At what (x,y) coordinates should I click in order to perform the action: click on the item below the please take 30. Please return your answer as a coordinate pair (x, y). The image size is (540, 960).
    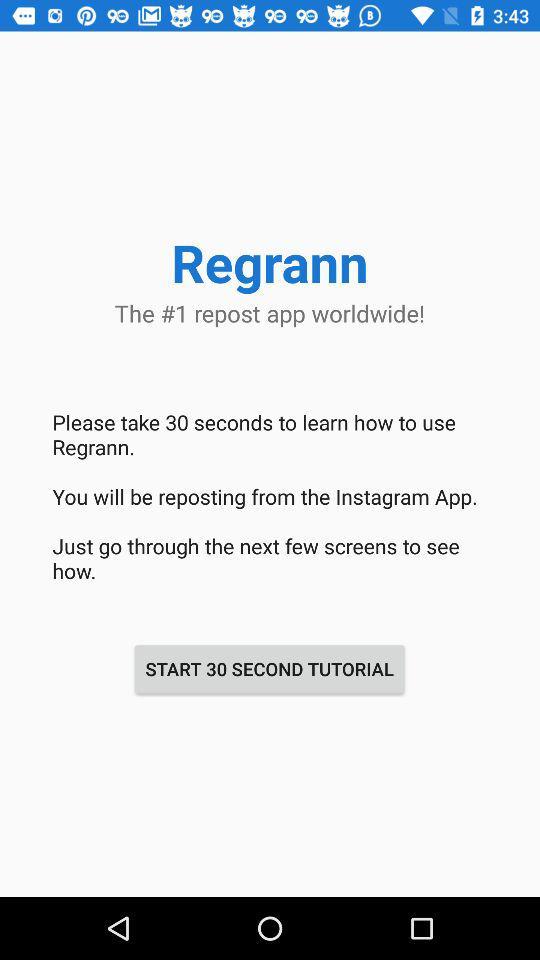
    Looking at the image, I should click on (269, 669).